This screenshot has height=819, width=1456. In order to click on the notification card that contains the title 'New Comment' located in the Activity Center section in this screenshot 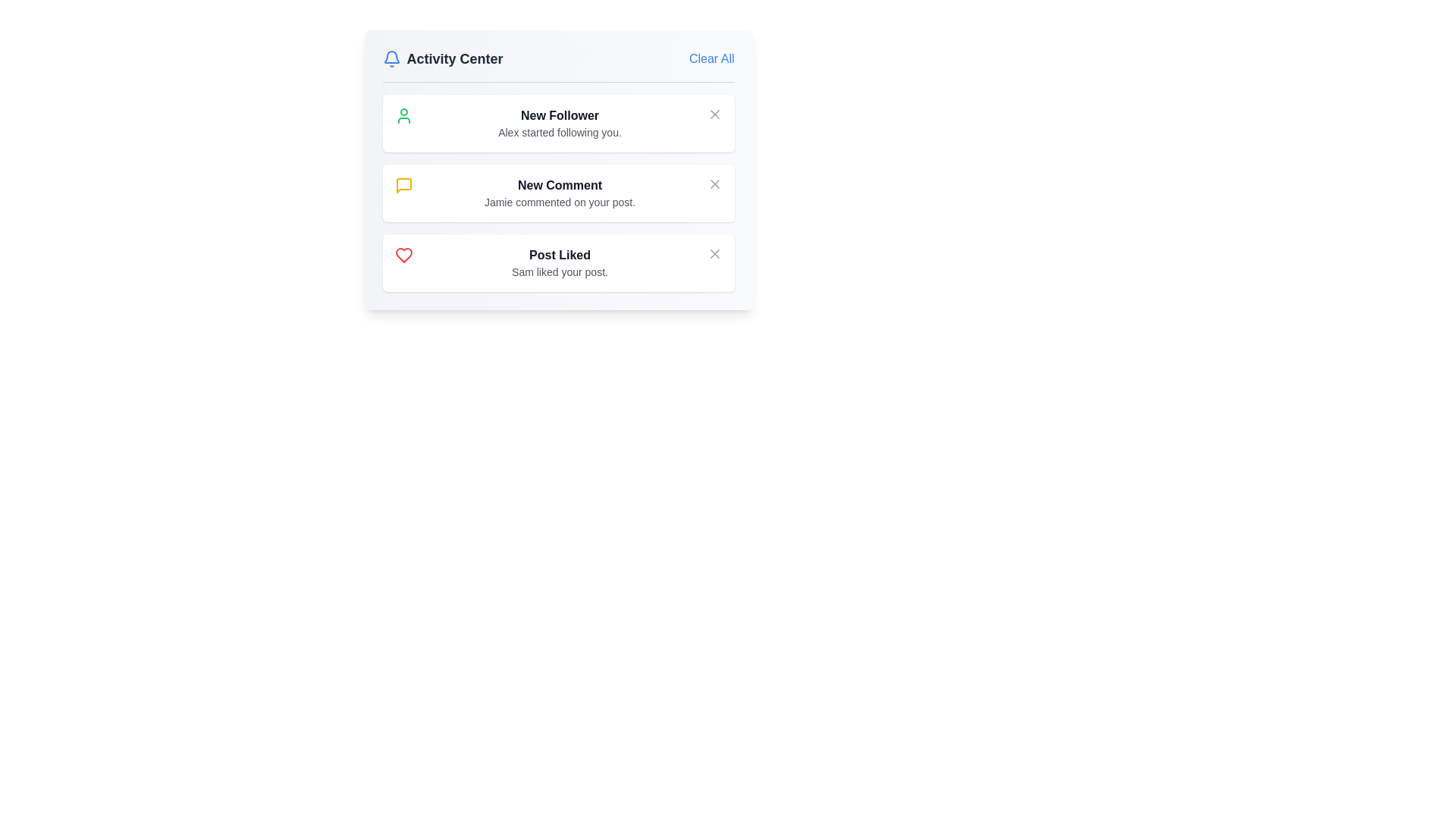, I will do `click(559, 185)`.